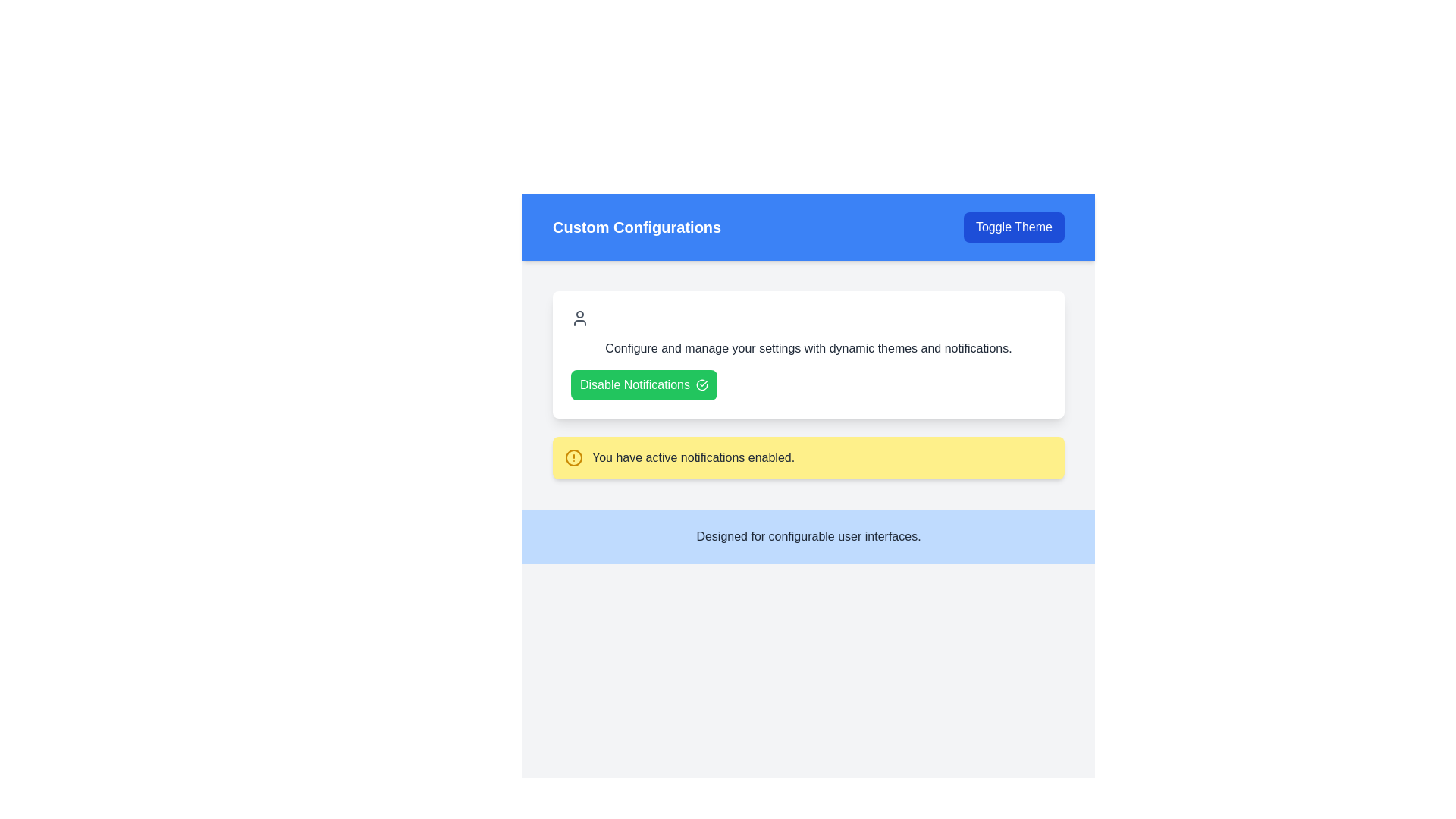 This screenshot has height=819, width=1456. Describe the element at coordinates (701, 384) in the screenshot. I see `the SVG icon that symbolizes the successful state of the 'Disable Notifications' action, located to the right of the text label within the interactive green button` at that location.